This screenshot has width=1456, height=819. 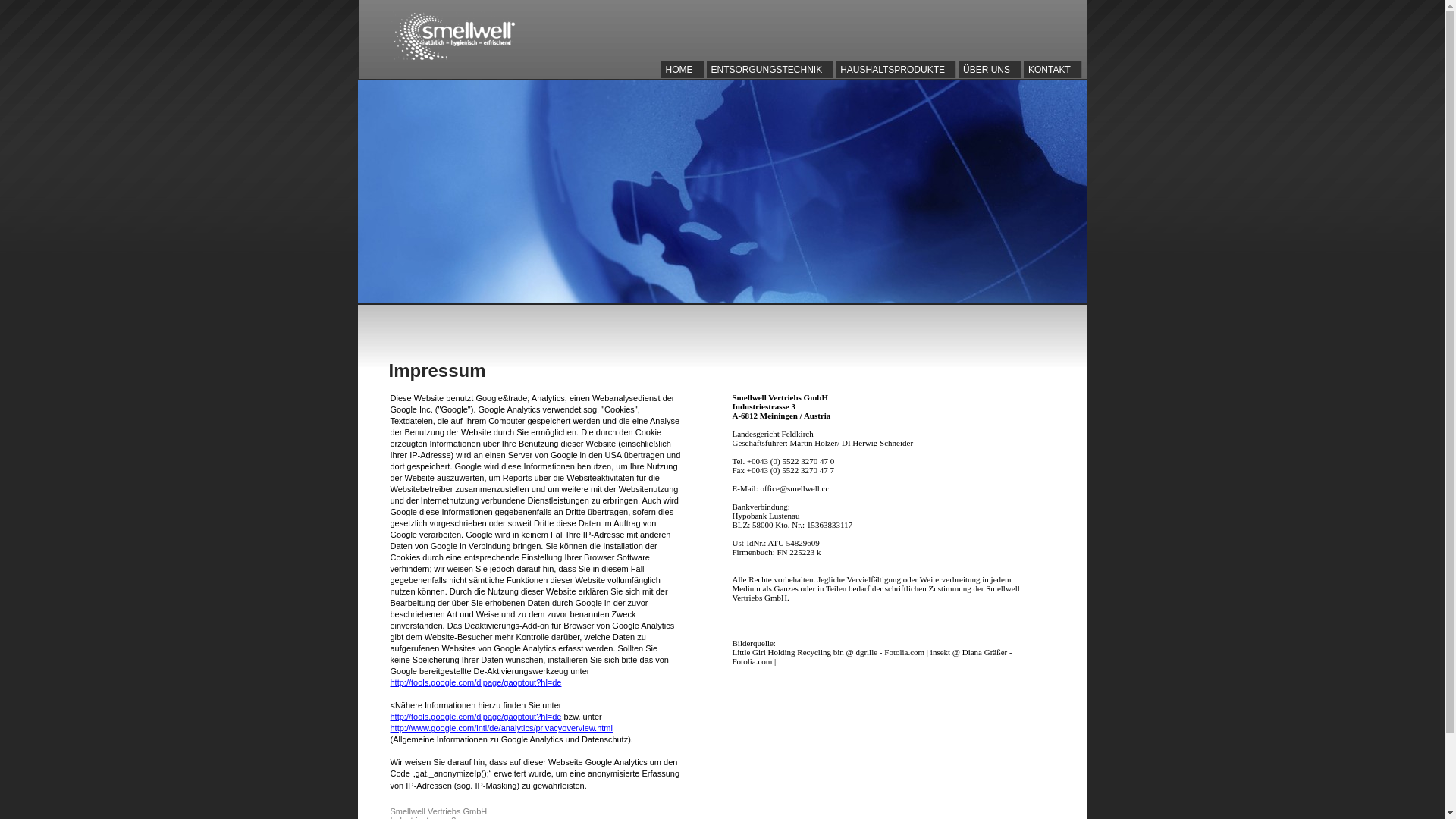 What do you see at coordinates (1053, 69) in the screenshot?
I see `'KONTAKT'` at bounding box center [1053, 69].